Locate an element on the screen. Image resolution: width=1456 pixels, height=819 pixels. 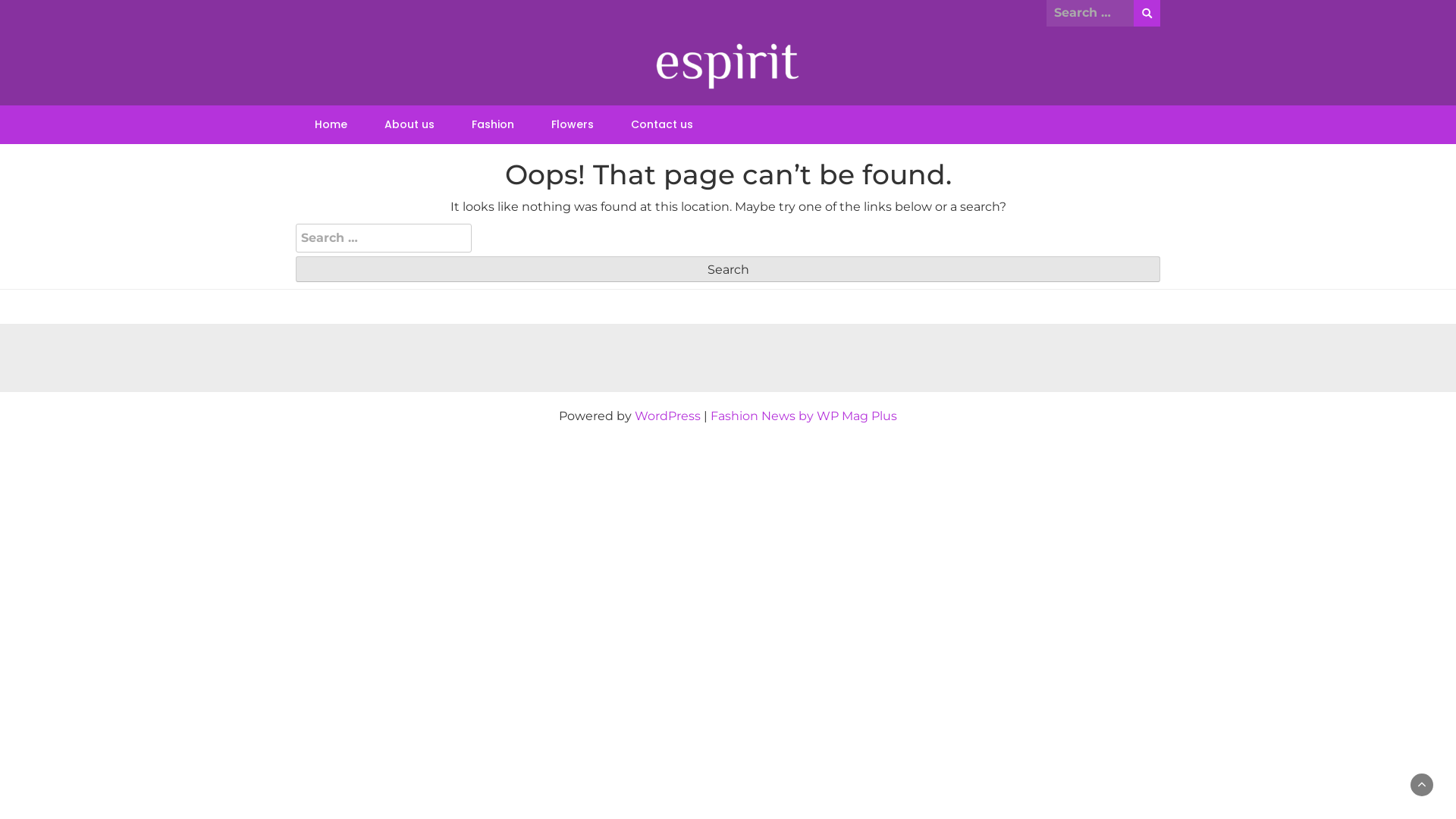
'About us' is located at coordinates (409, 124).